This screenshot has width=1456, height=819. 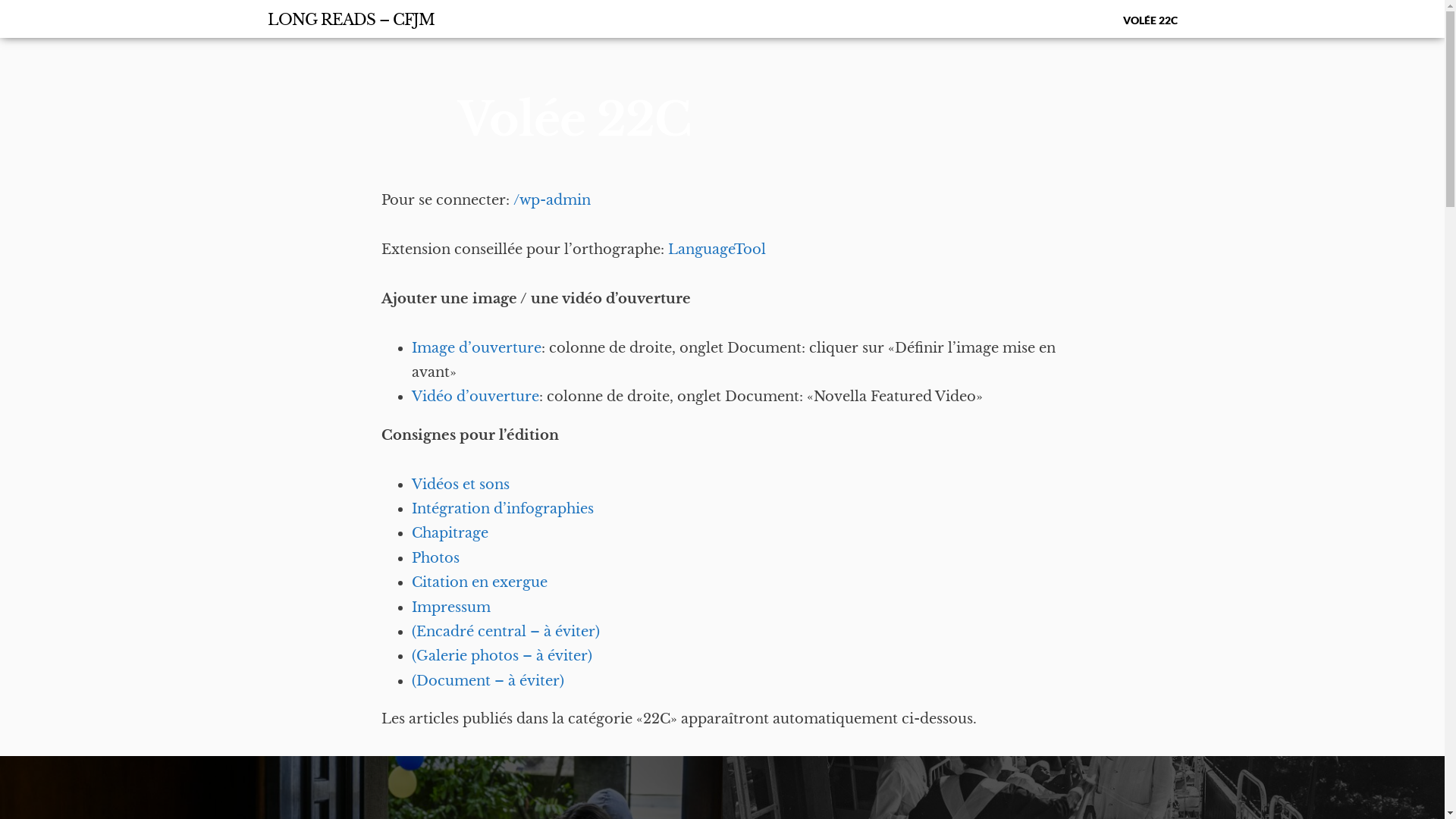 What do you see at coordinates (479, 581) in the screenshot?
I see `'Citation en exergue '` at bounding box center [479, 581].